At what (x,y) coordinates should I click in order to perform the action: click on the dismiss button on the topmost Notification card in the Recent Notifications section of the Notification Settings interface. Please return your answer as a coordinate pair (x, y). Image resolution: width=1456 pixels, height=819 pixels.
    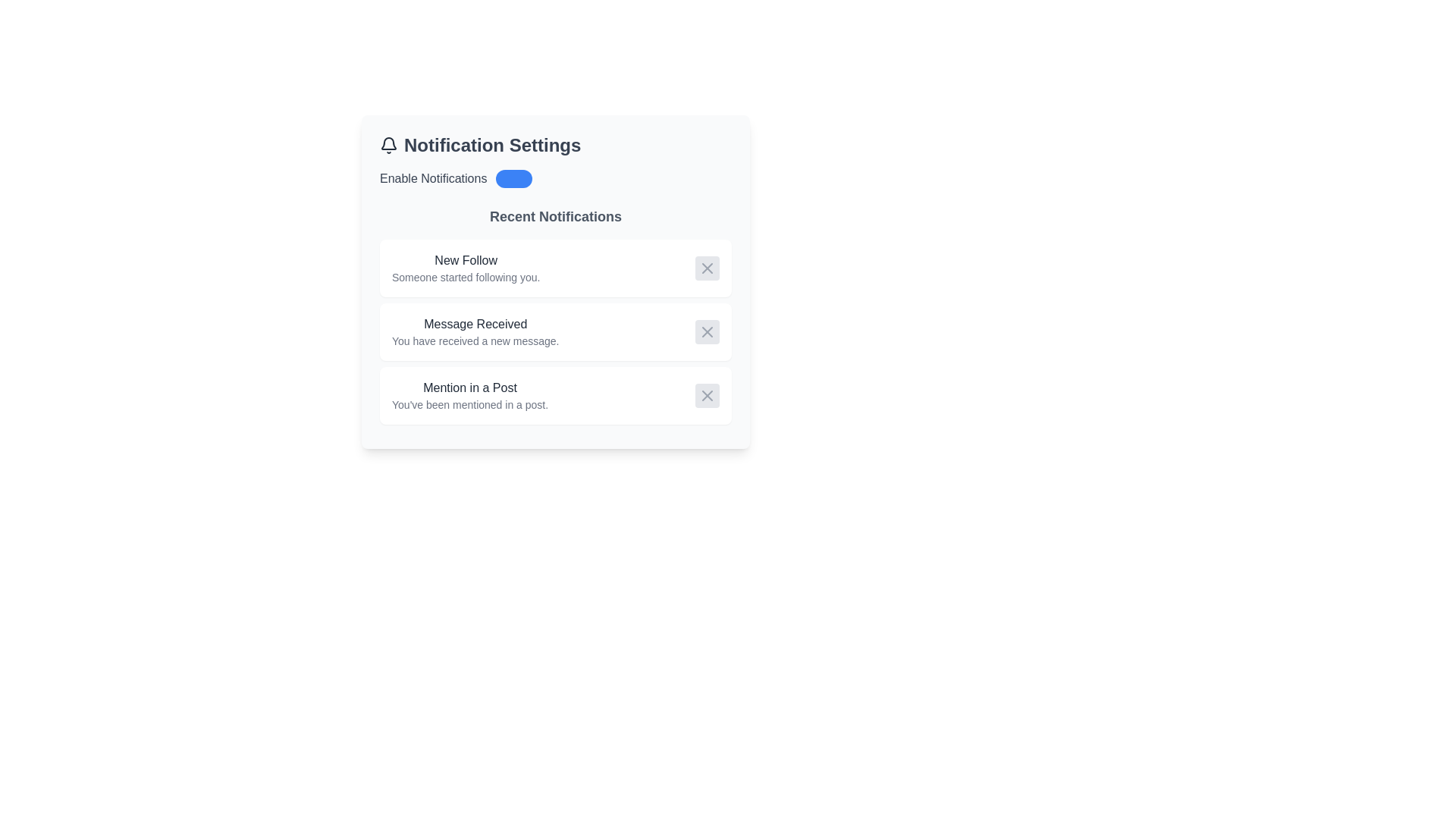
    Looking at the image, I should click on (555, 268).